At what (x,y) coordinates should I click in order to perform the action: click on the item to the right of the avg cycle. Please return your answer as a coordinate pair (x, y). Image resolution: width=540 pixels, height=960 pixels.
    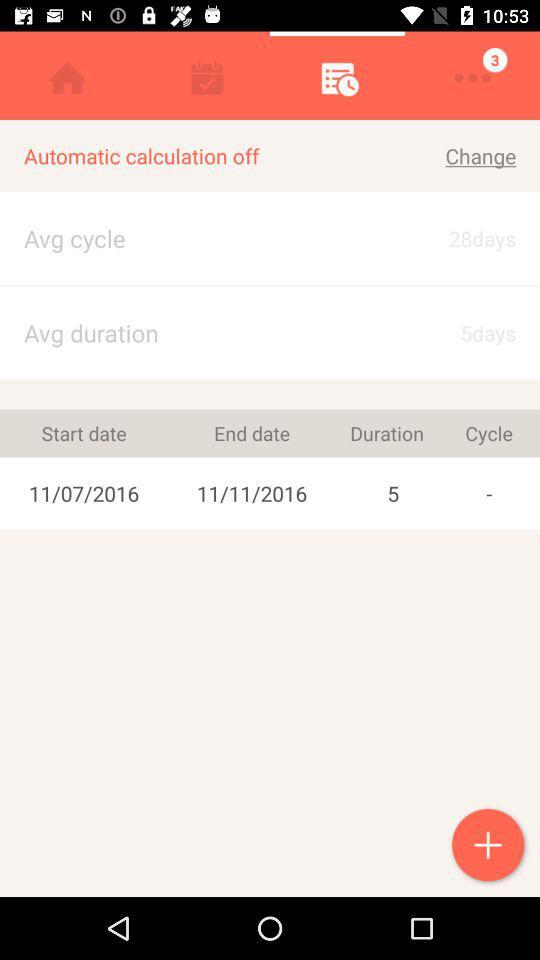
    Looking at the image, I should click on (463, 333).